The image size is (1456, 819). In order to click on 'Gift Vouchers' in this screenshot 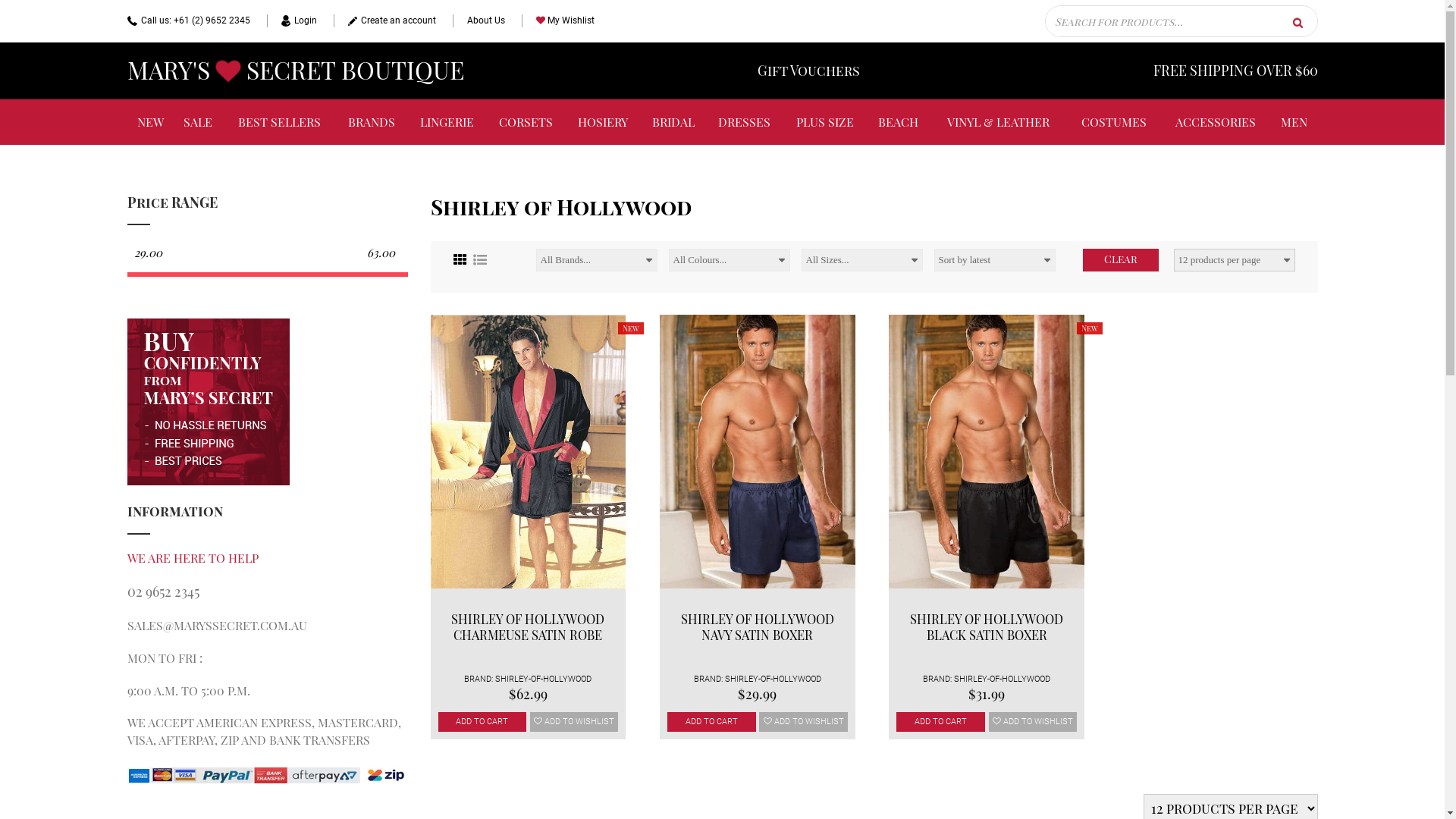, I will do `click(807, 71)`.